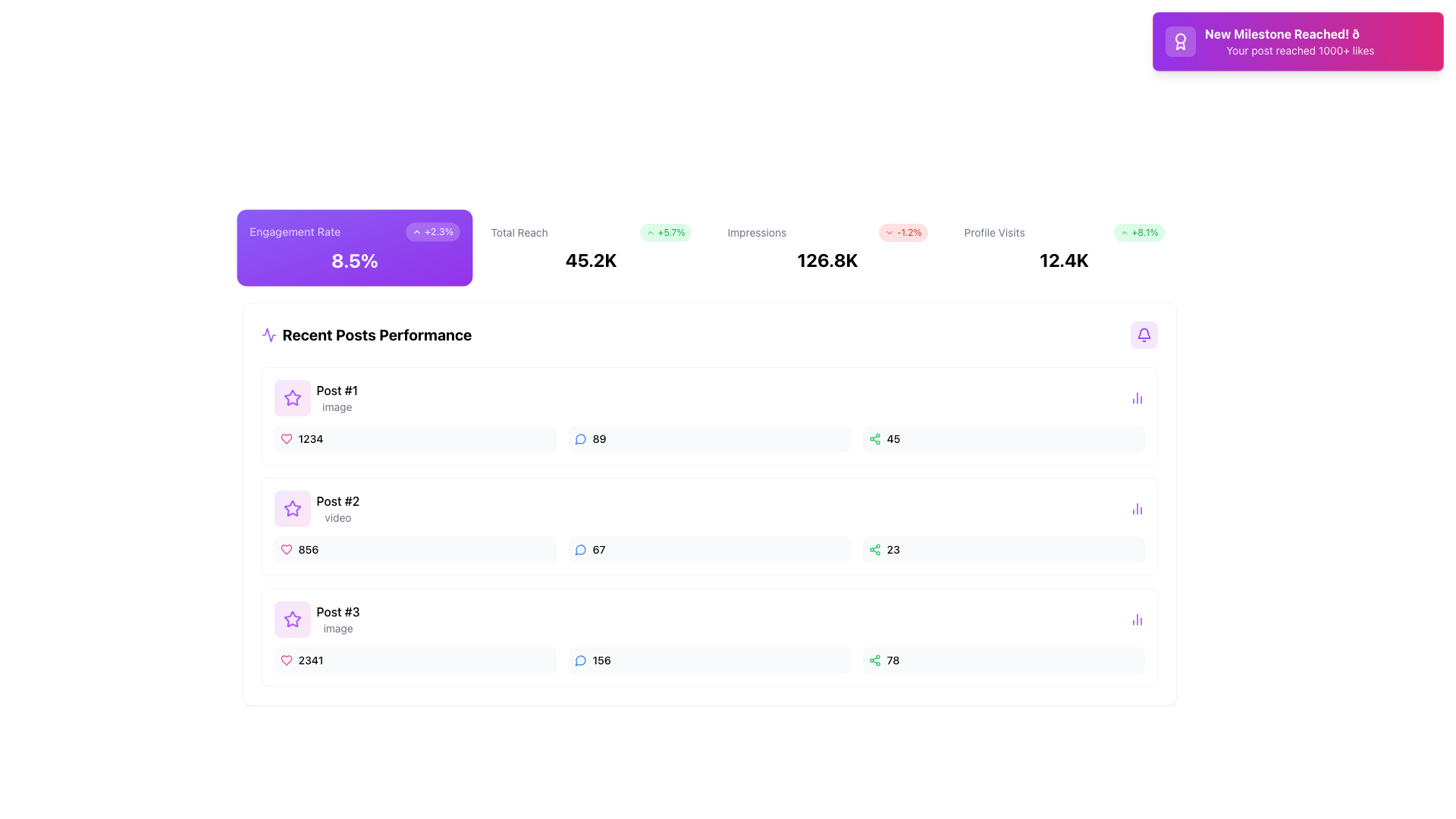 Image resolution: width=1456 pixels, height=819 pixels. I want to click on value displayed in the text widget showing the number '856', which is located below 'Post #2' and to the right of the pink heart icon, so click(307, 550).